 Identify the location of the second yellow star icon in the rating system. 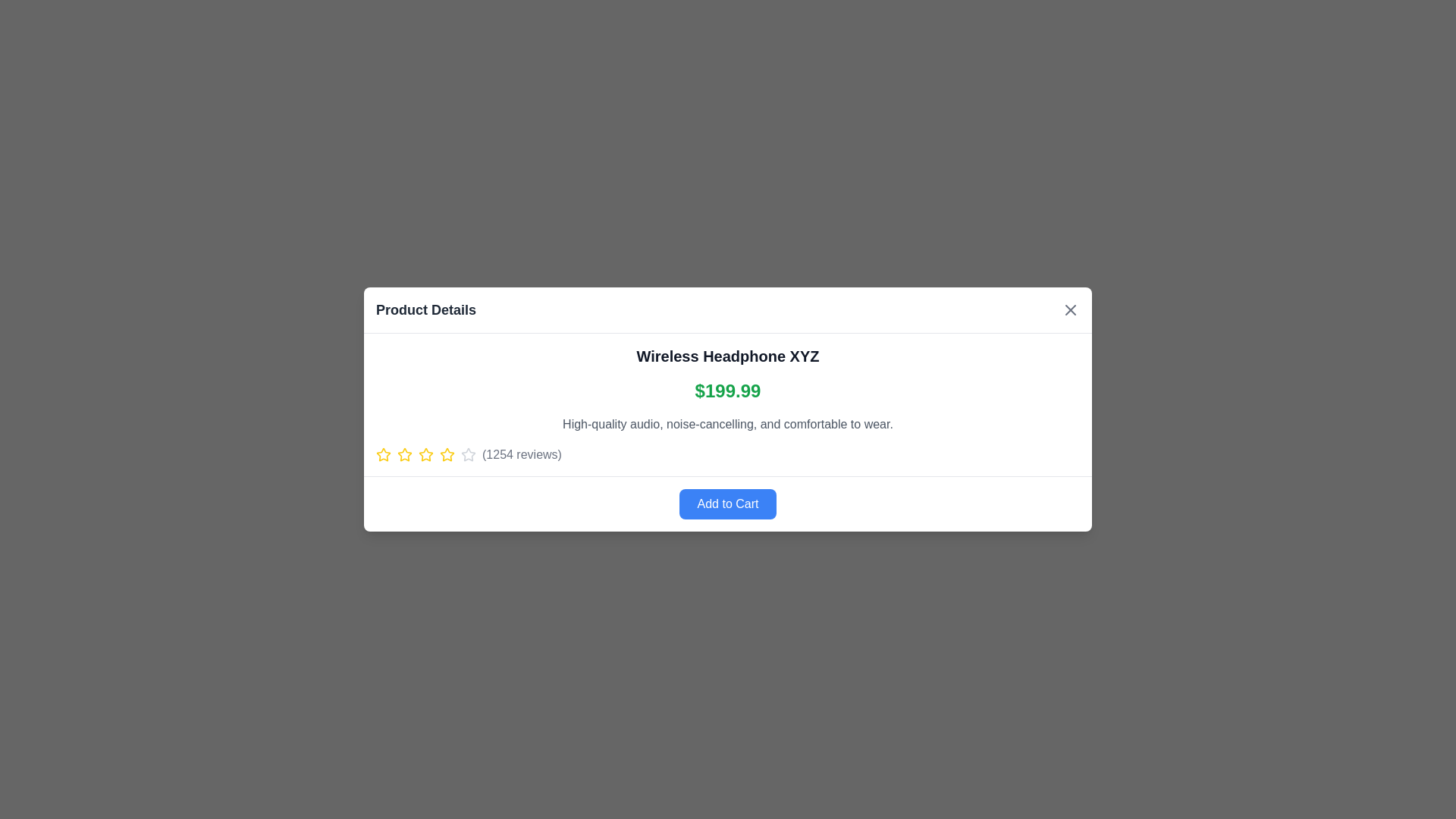
(425, 453).